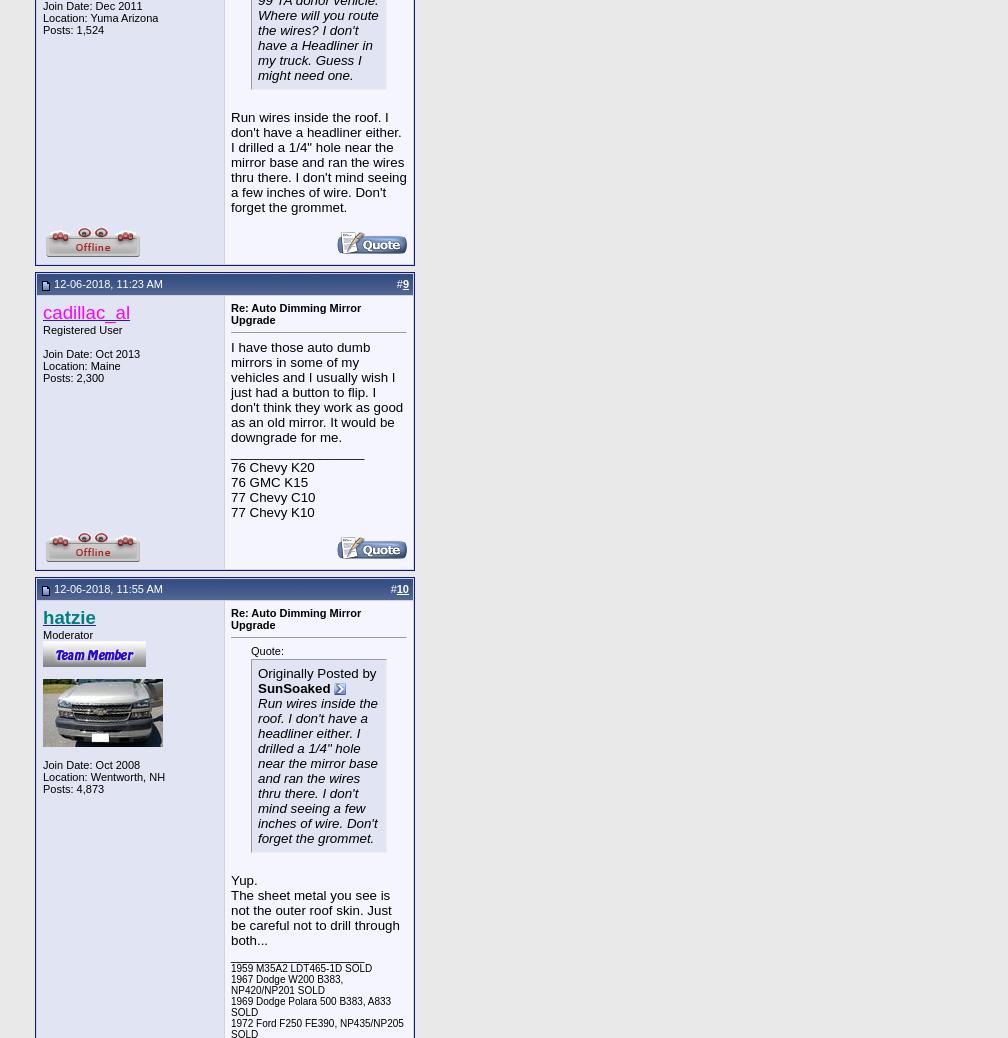 The image size is (1008, 1038). I want to click on '76 Chevy K20', so click(272, 467).